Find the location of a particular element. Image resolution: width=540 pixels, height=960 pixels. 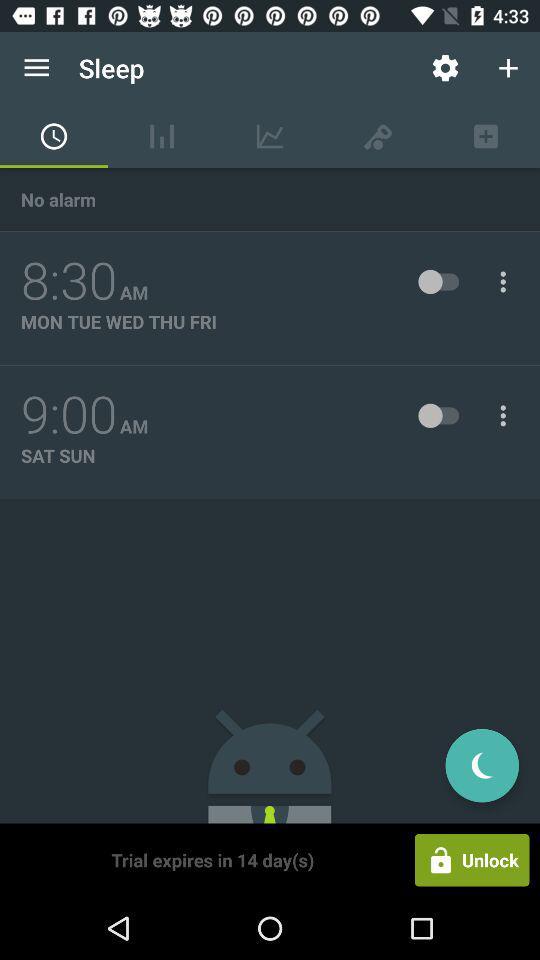

9:00 icon is located at coordinates (68, 414).